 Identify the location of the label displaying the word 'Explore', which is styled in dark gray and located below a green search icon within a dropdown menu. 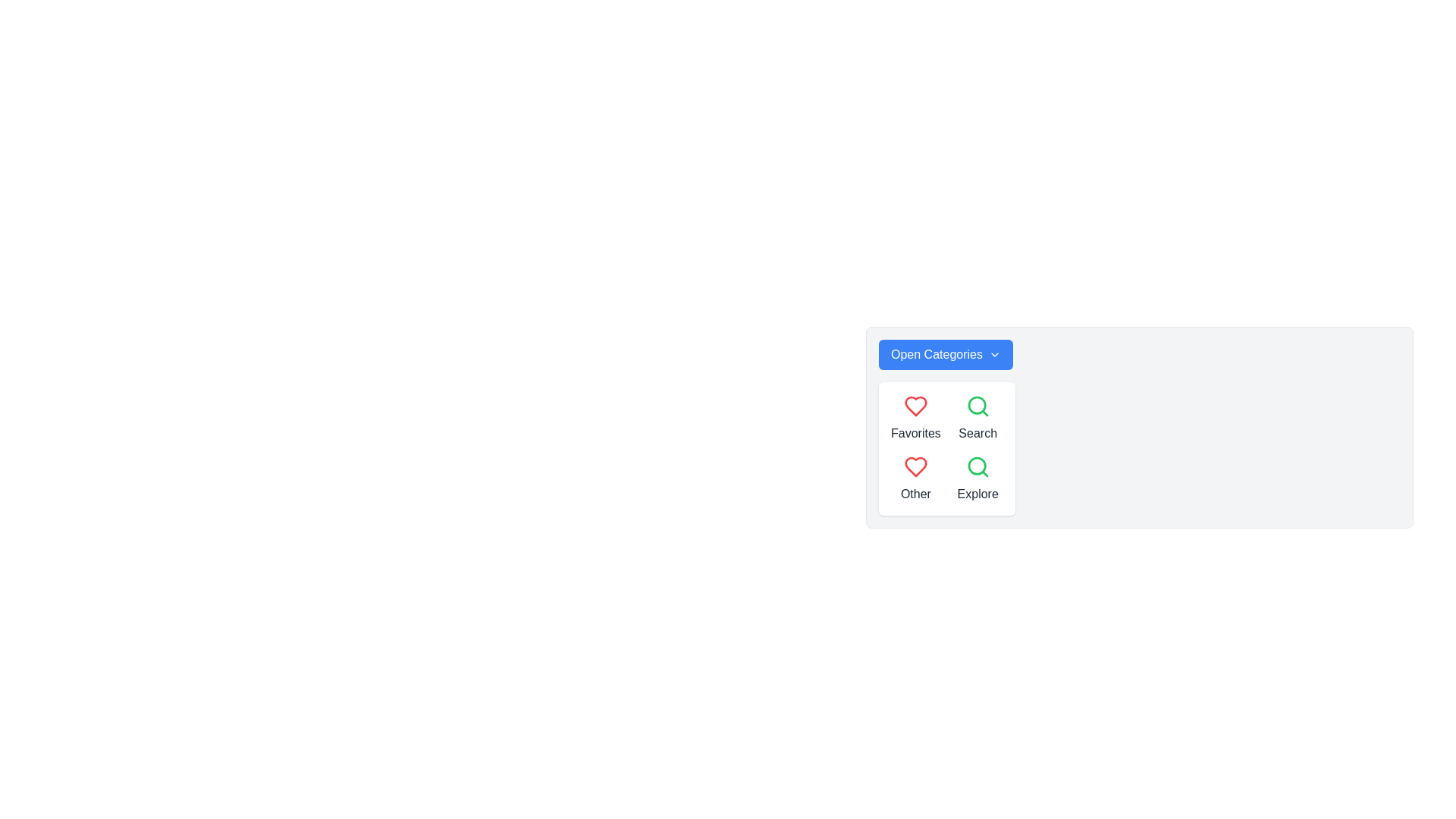
(977, 494).